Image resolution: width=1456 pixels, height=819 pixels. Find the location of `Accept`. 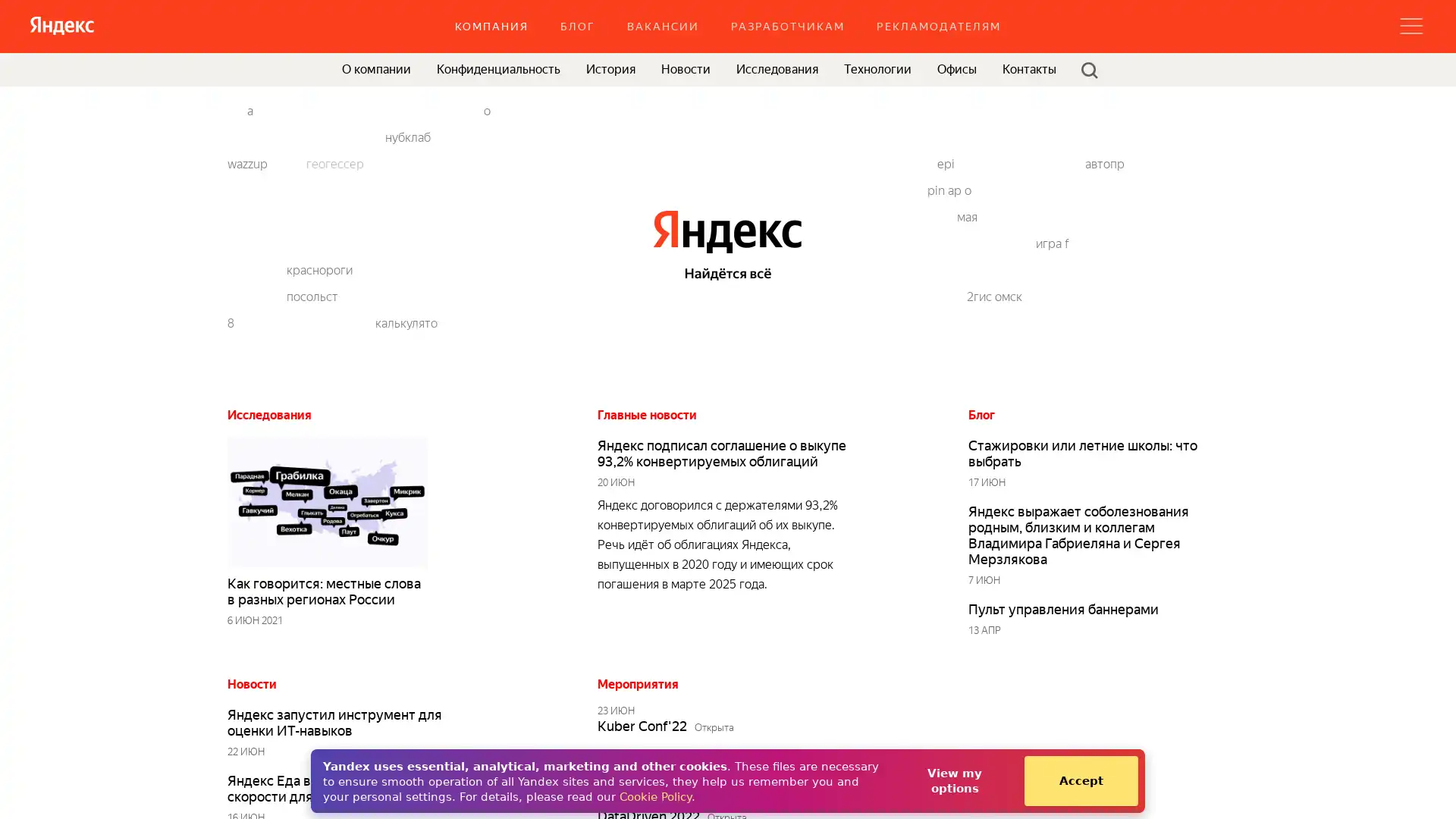

Accept is located at coordinates (1080, 780).